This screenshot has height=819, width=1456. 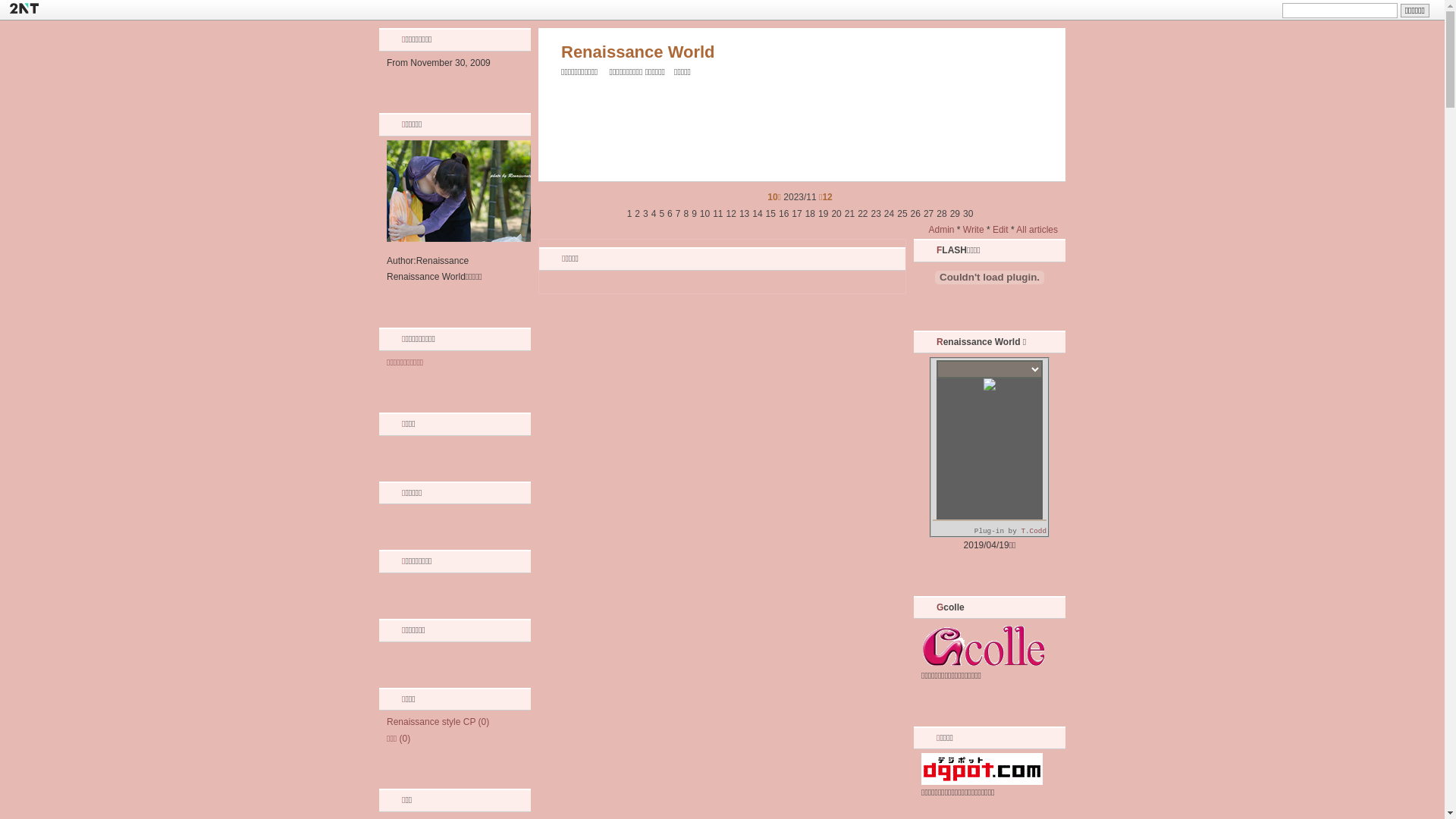 I want to click on 'Admin', so click(x=940, y=230).